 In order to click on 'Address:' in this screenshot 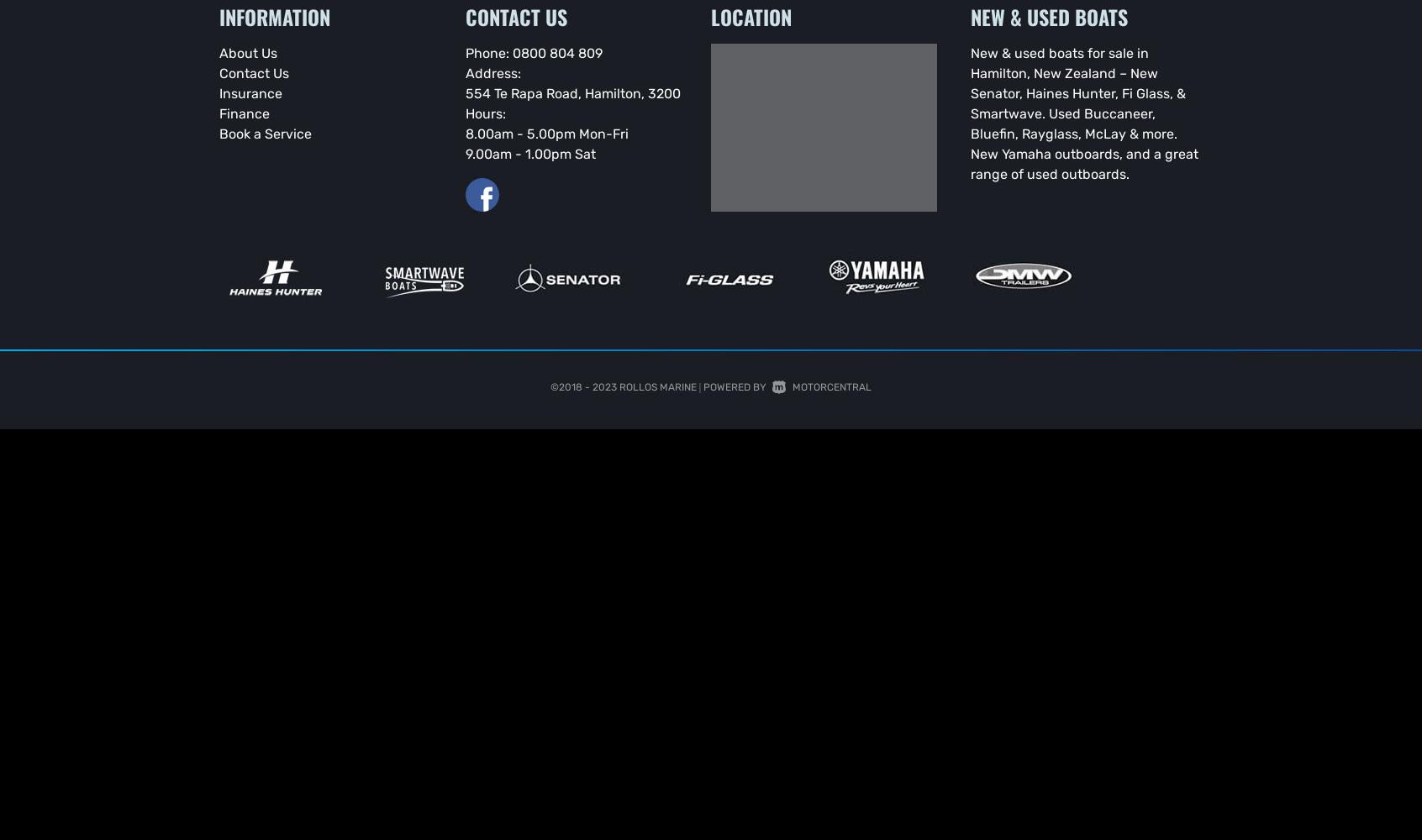, I will do `click(491, 71)`.